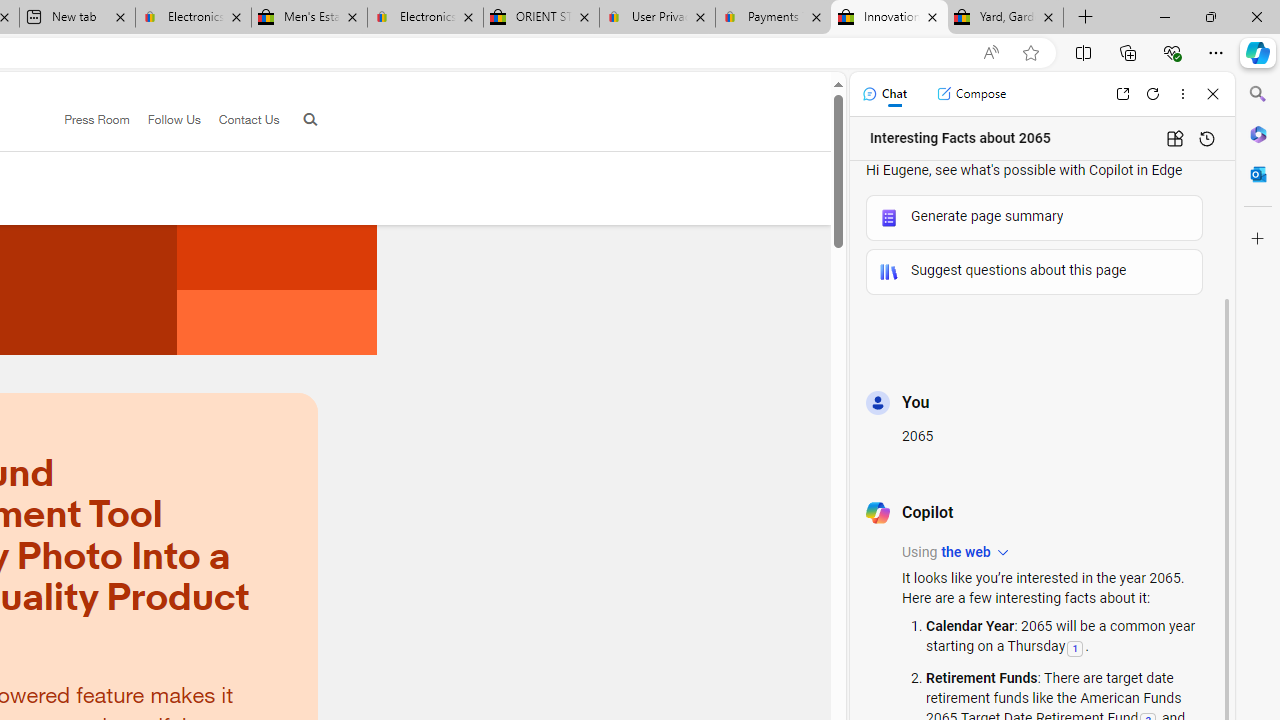 This screenshot has width=1280, height=720. Describe the element at coordinates (971, 93) in the screenshot. I see `'Compose'` at that location.